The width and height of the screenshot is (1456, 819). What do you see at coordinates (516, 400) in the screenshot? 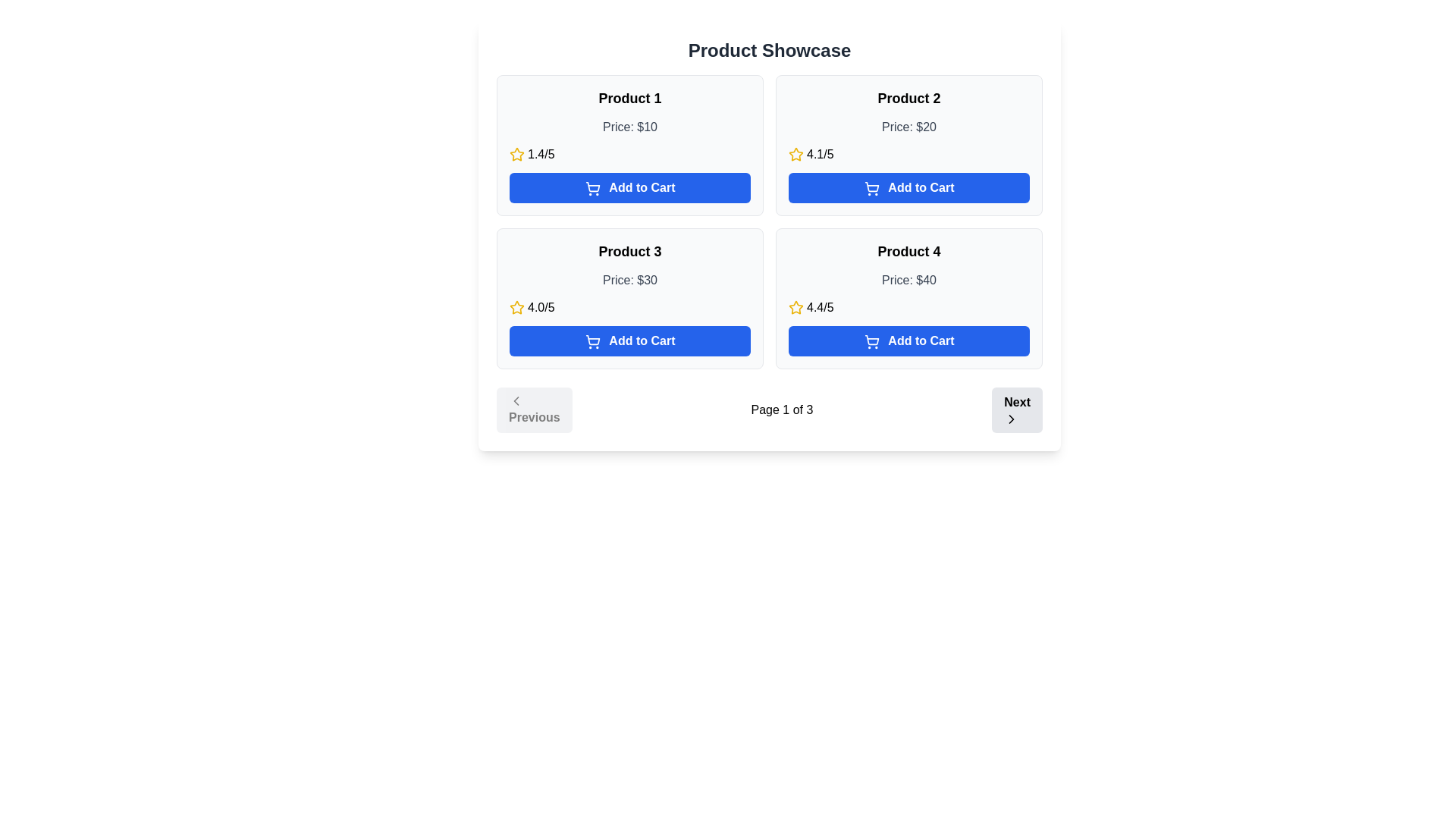
I see `the left-pointing chevron icon within the 'Previous' button at the bottom left of the page` at bounding box center [516, 400].